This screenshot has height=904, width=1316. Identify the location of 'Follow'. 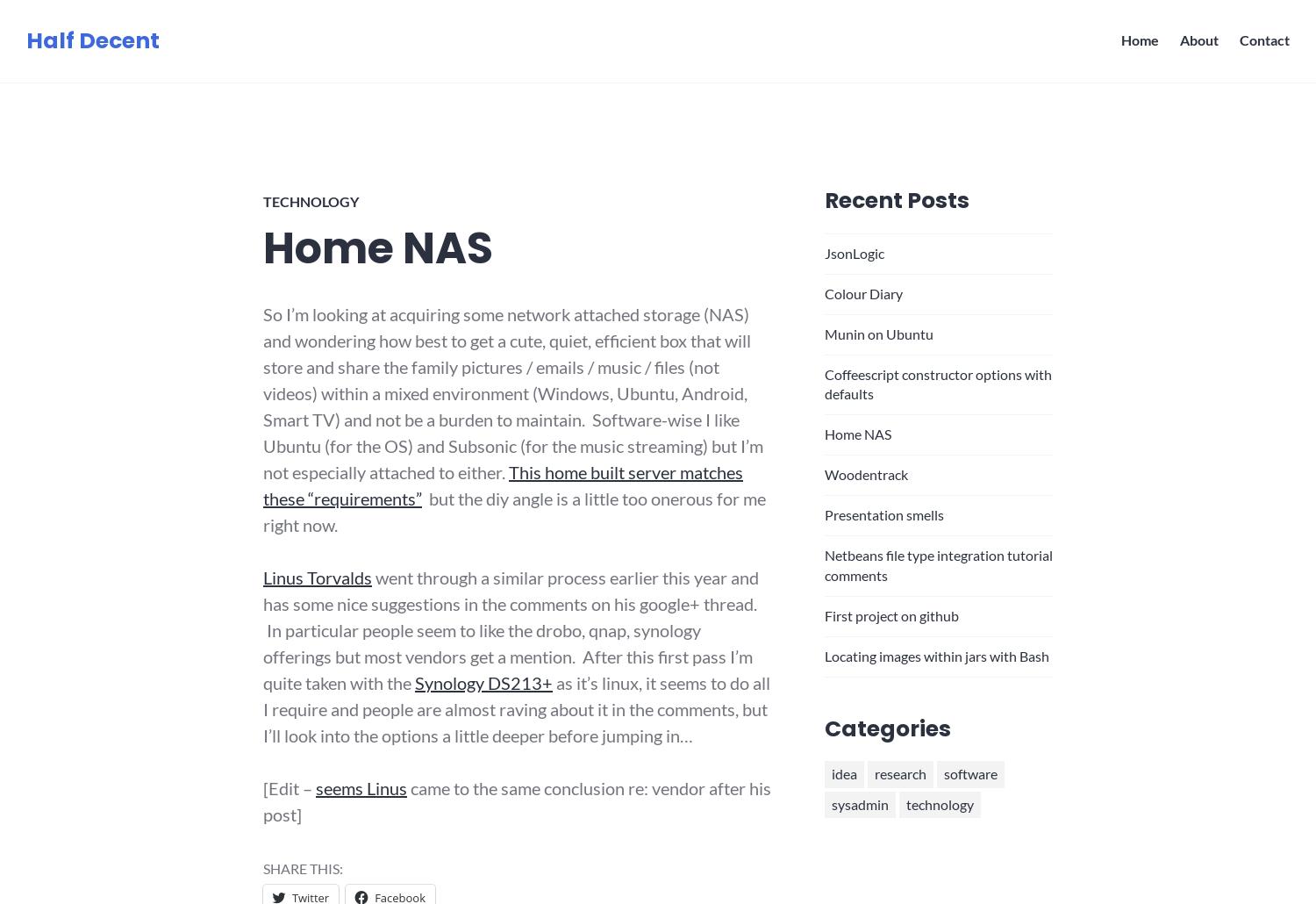
(1243, 852).